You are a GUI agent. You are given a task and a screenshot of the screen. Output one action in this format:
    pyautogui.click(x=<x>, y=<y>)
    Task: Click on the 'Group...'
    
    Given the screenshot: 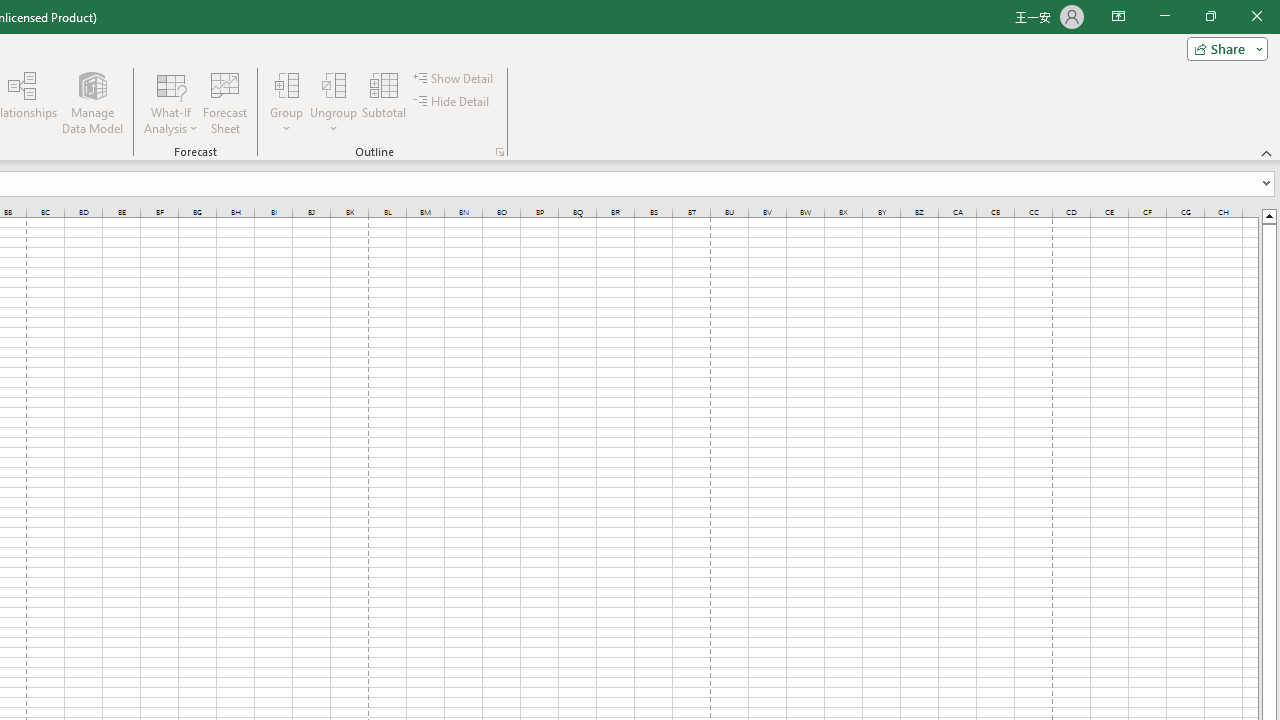 What is the action you would take?
    pyautogui.click(x=286, y=84)
    